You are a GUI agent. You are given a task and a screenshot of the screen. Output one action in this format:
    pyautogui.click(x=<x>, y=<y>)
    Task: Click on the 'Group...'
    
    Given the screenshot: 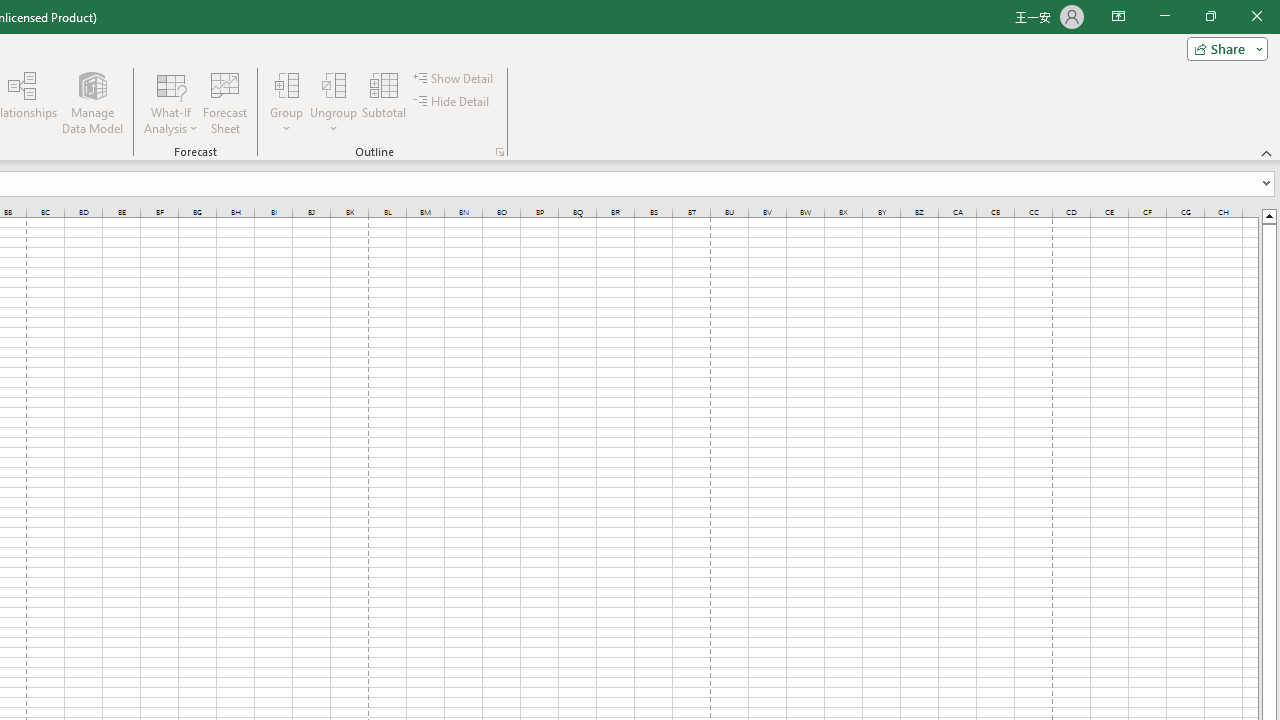 What is the action you would take?
    pyautogui.click(x=286, y=84)
    